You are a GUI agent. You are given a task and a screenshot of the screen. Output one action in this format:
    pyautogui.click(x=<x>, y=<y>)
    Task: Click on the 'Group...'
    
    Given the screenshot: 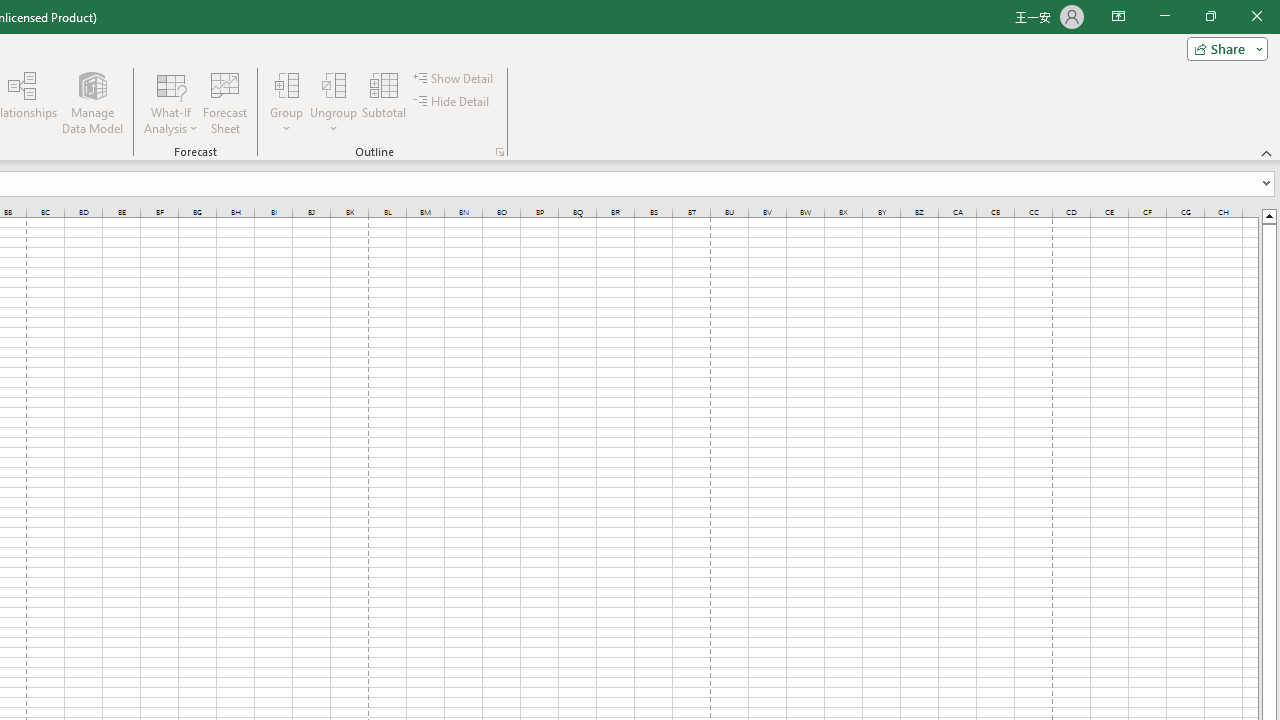 What is the action you would take?
    pyautogui.click(x=286, y=84)
    